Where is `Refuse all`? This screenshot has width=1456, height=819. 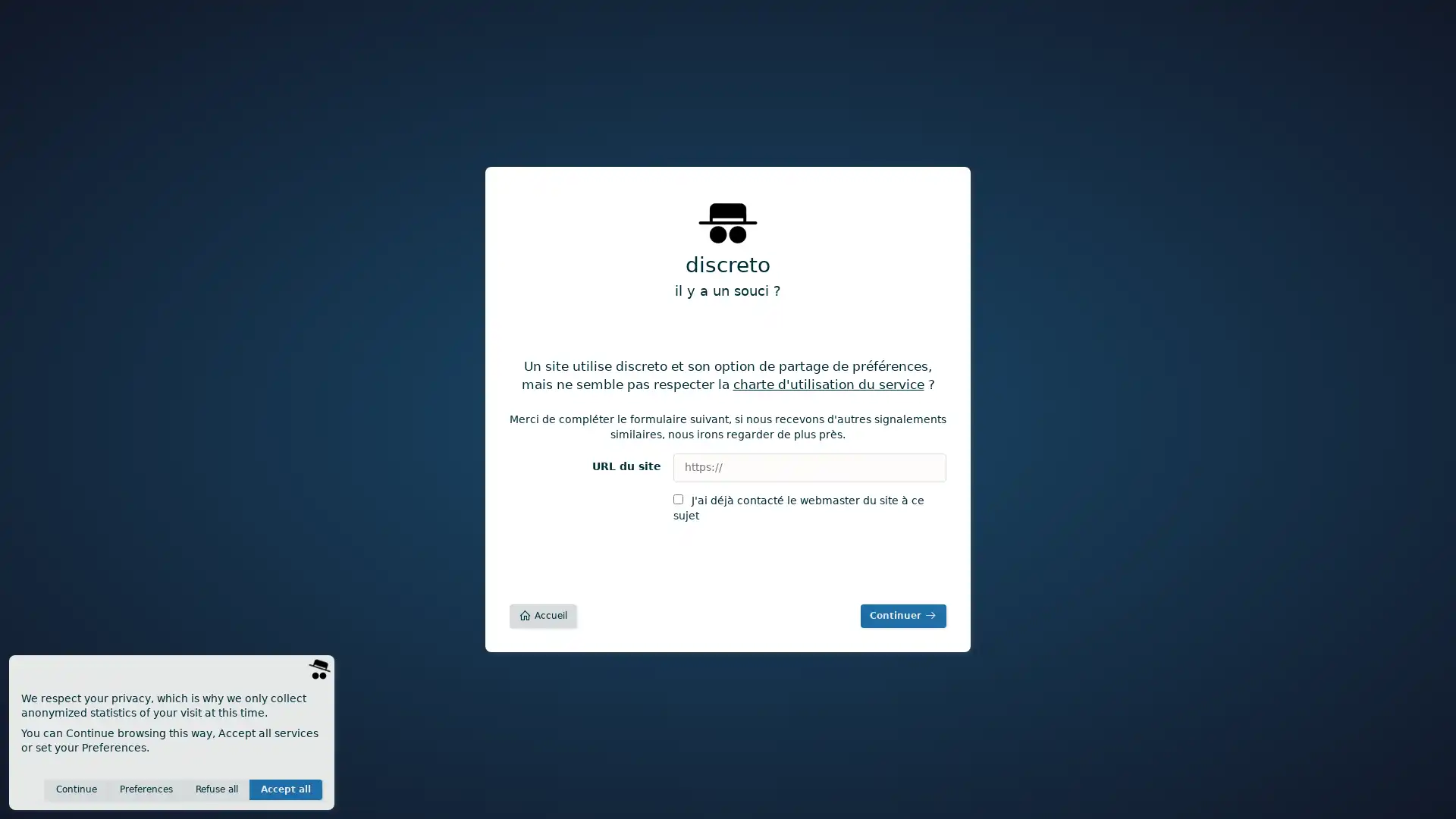
Refuse all is located at coordinates (216, 789).